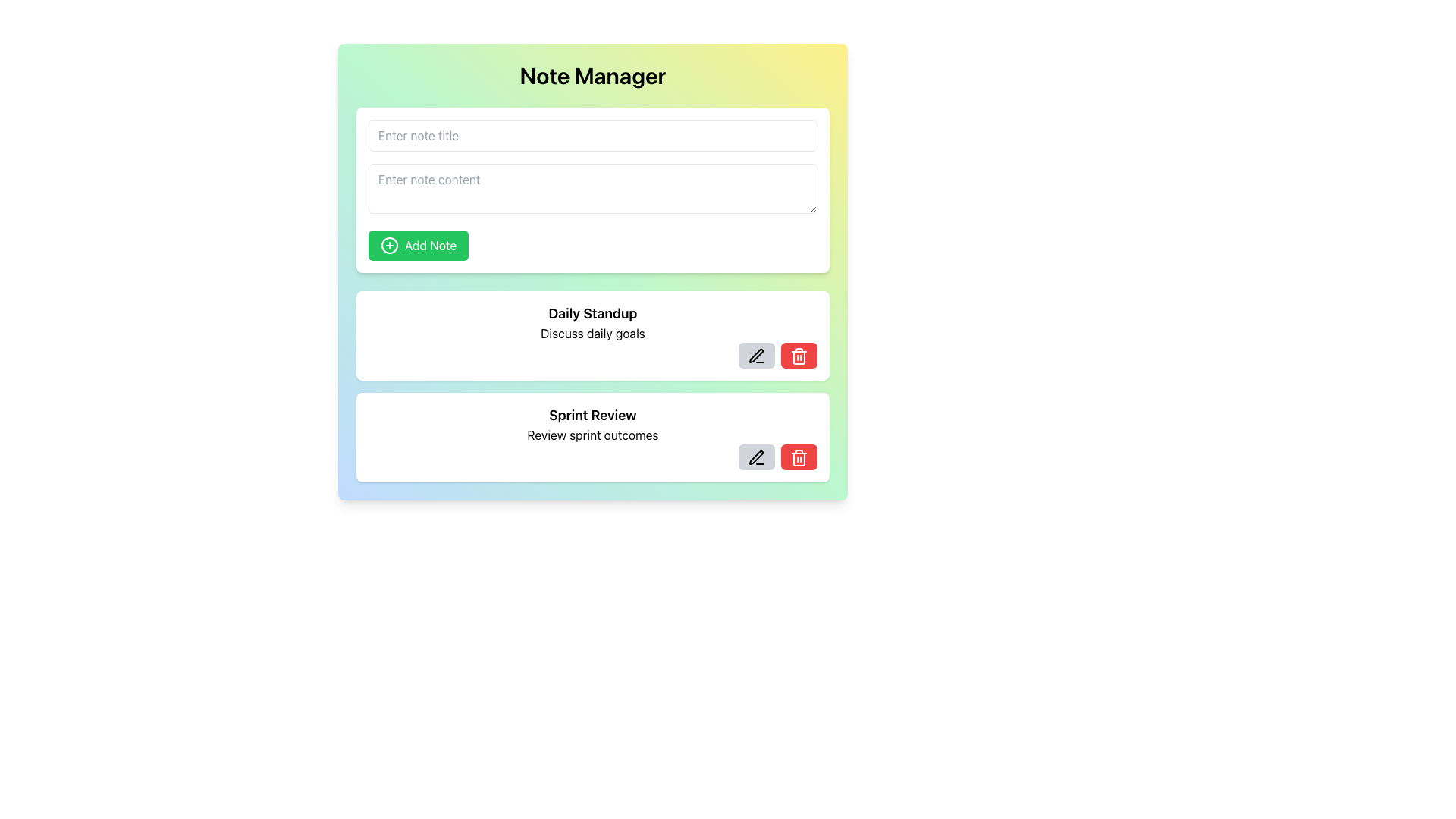  Describe the element at coordinates (592, 312) in the screenshot. I see `the header text label for the note that indicates its subject or theme, located above the text 'Discuss daily goals' within the first note displayed` at that location.